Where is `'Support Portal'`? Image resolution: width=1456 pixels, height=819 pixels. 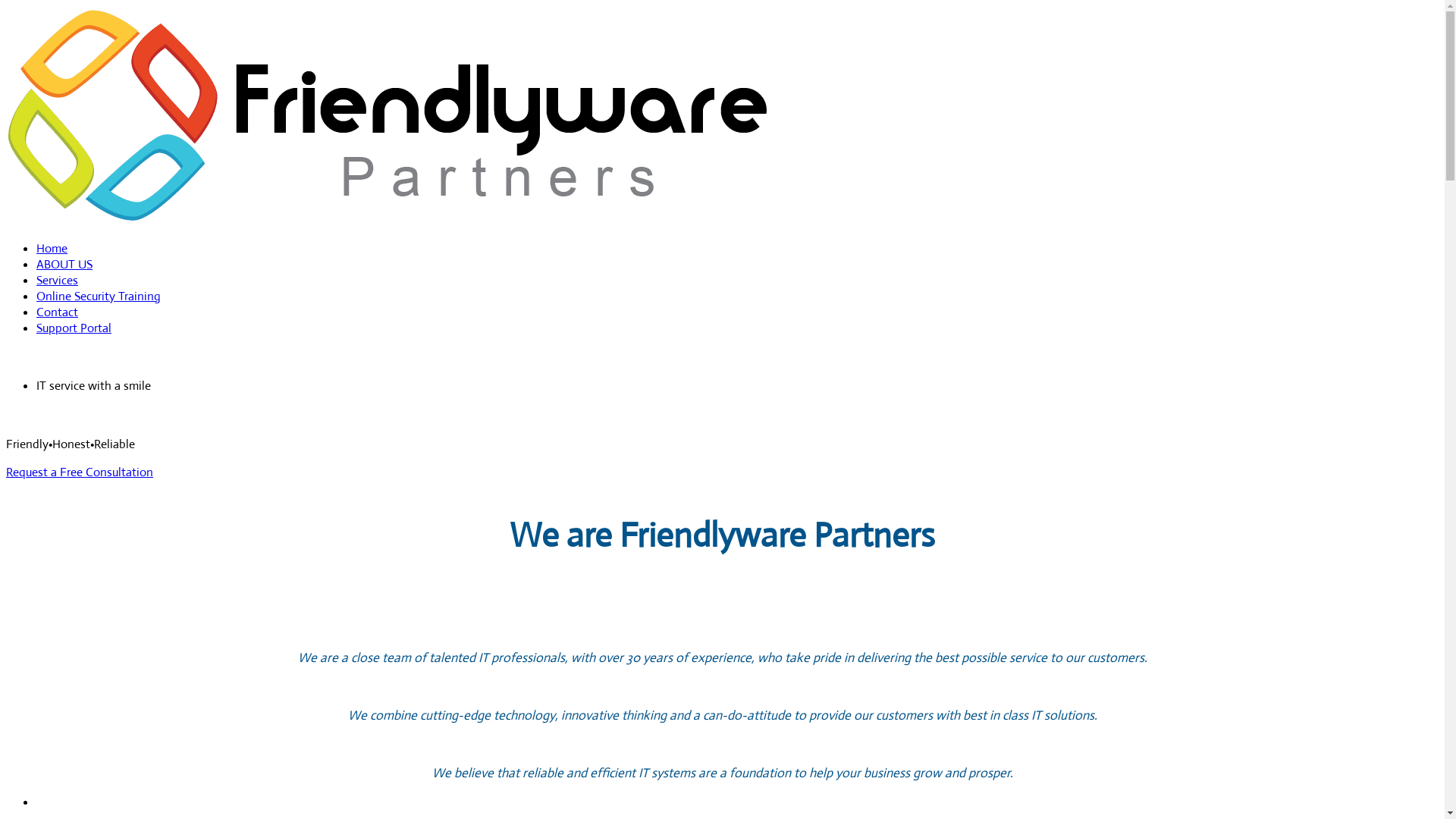 'Support Portal' is located at coordinates (73, 327).